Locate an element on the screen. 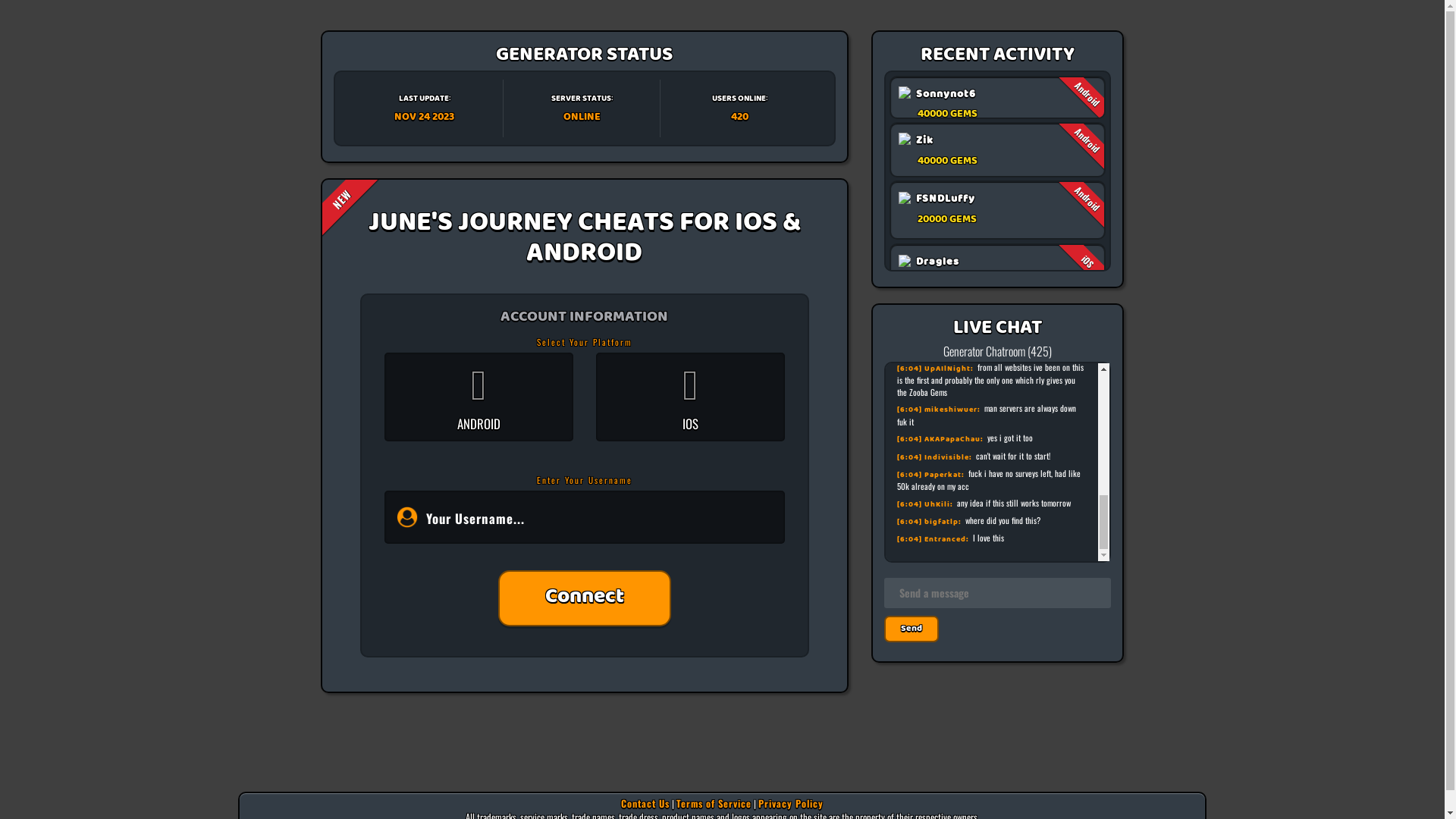 This screenshot has height=819, width=1456. 'Connect' is located at coordinates (584, 598).